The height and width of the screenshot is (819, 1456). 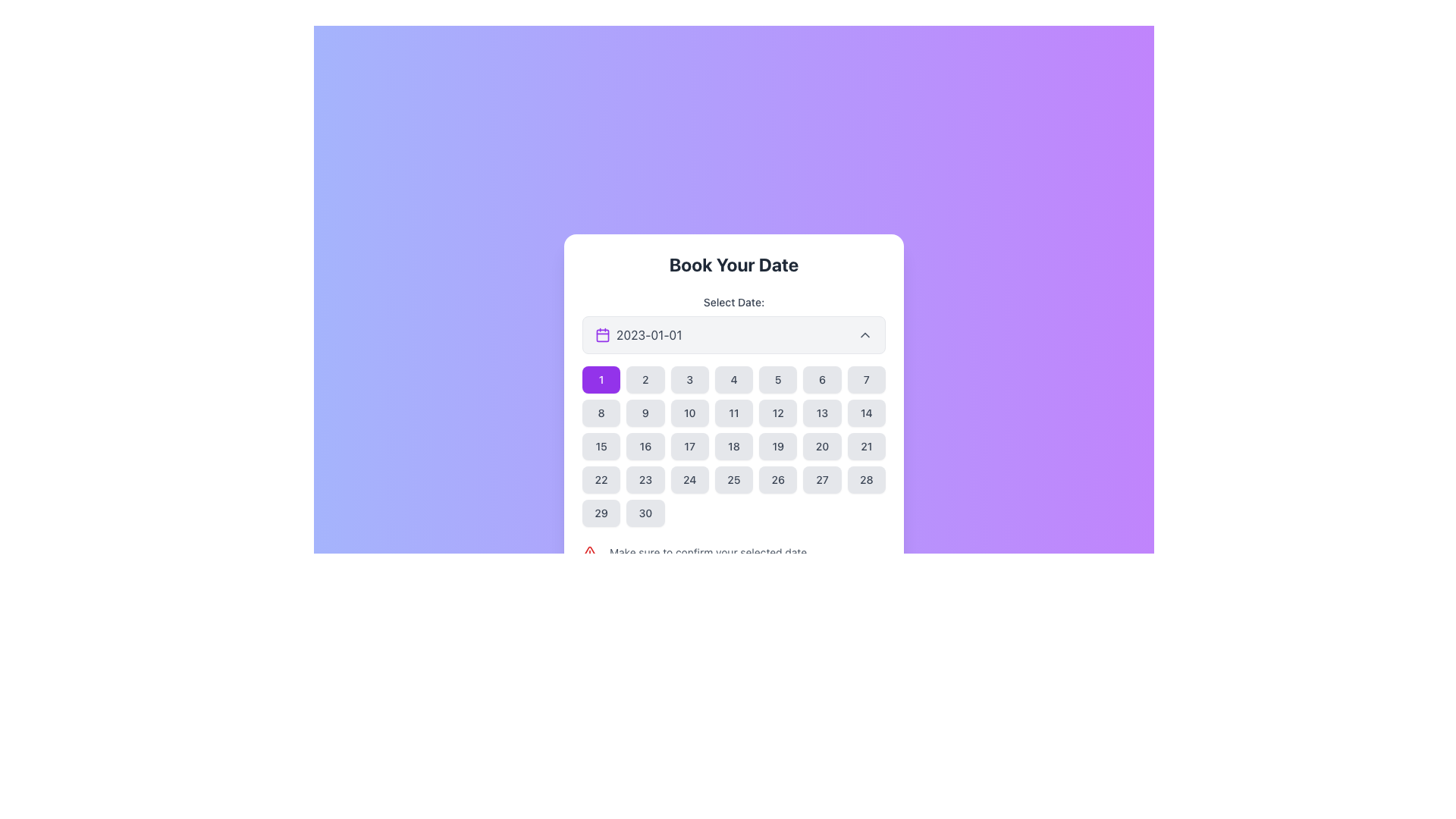 What do you see at coordinates (645, 446) in the screenshot?
I see `the date selection button located in the third row and second column of the calendar interface` at bounding box center [645, 446].